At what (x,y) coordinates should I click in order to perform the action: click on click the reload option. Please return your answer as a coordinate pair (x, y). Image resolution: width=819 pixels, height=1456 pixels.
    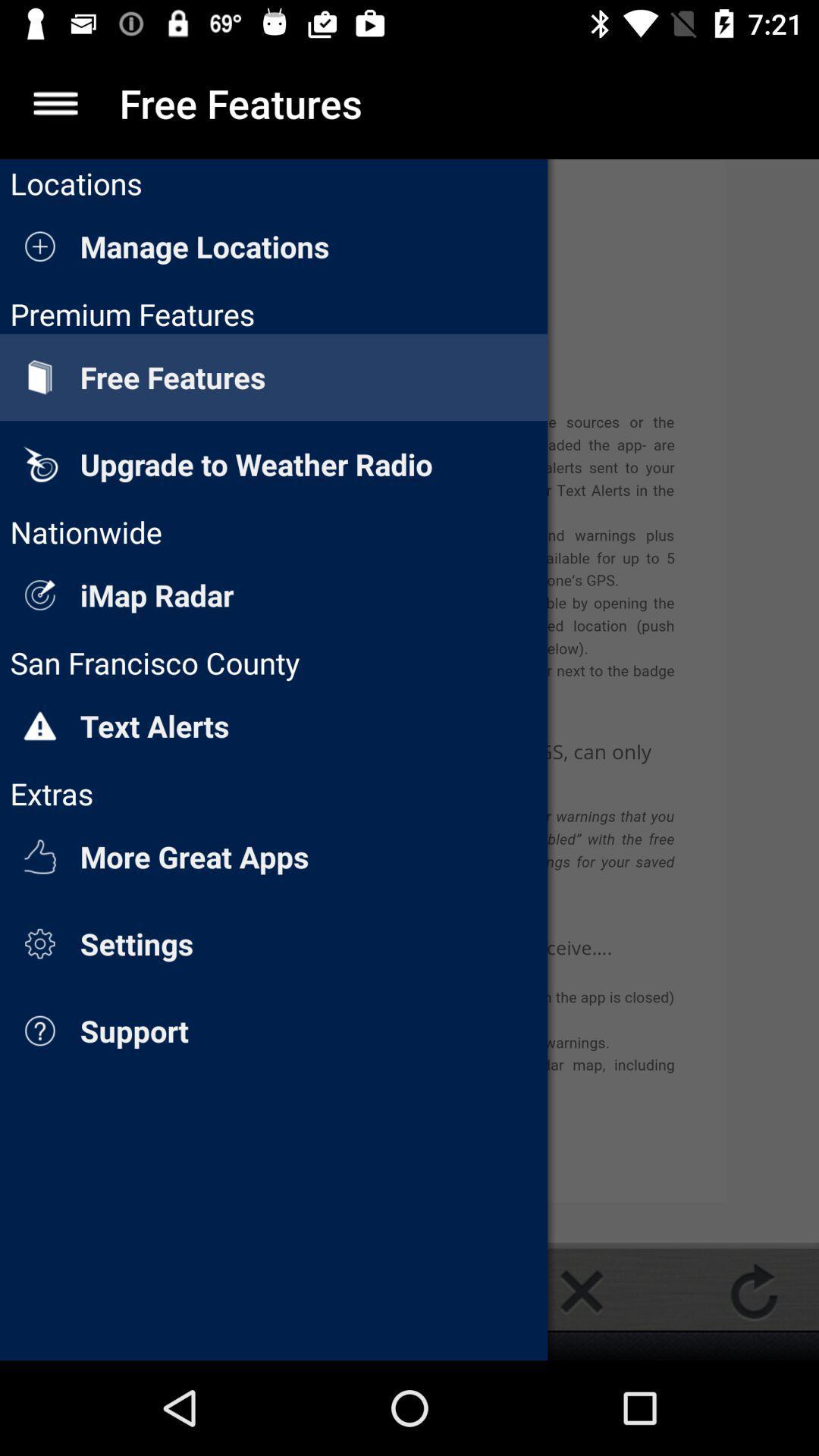
    Looking at the image, I should click on (754, 1291).